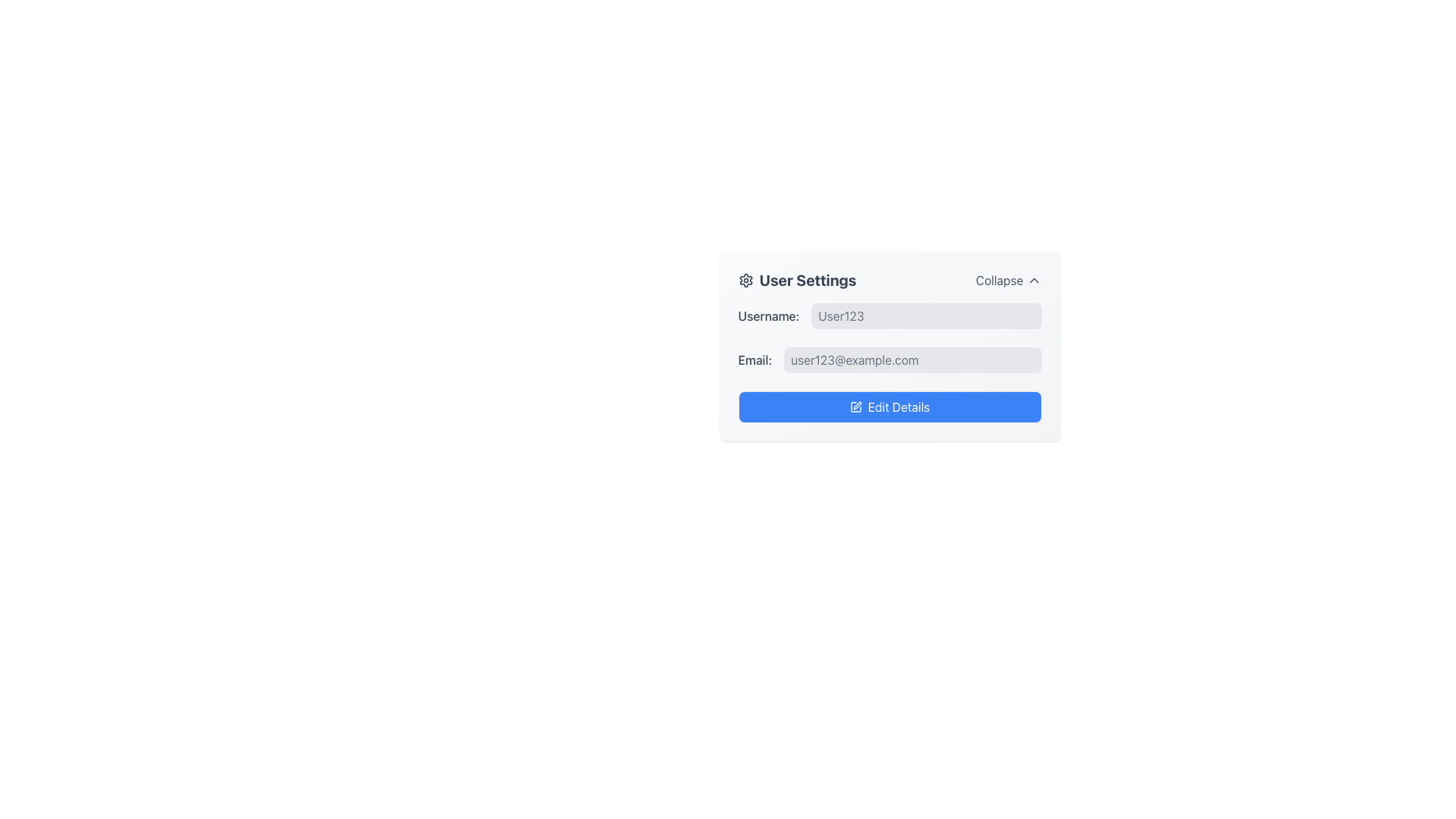  What do you see at coordinates (912, 359) in the screenshot?
I see `read-only text input field displaying the user's email address located in the 'User Settings' dialog box, to check its current value` at bounding box center [912, 359].